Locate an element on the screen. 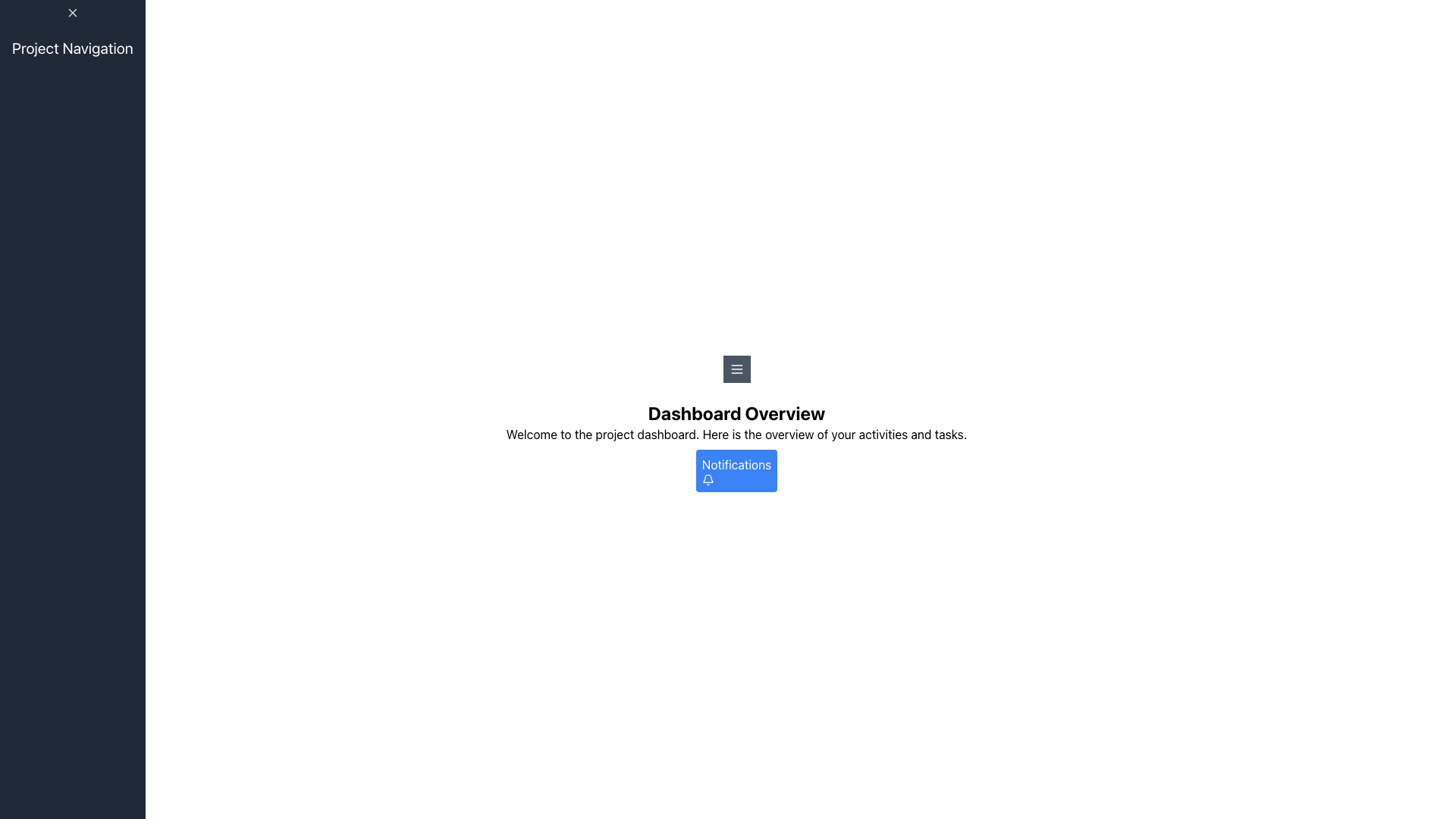  the blue 'Notifications' button with rounded corners located in the 'Dashboard Overview' section is located at coordinates (736, 458).